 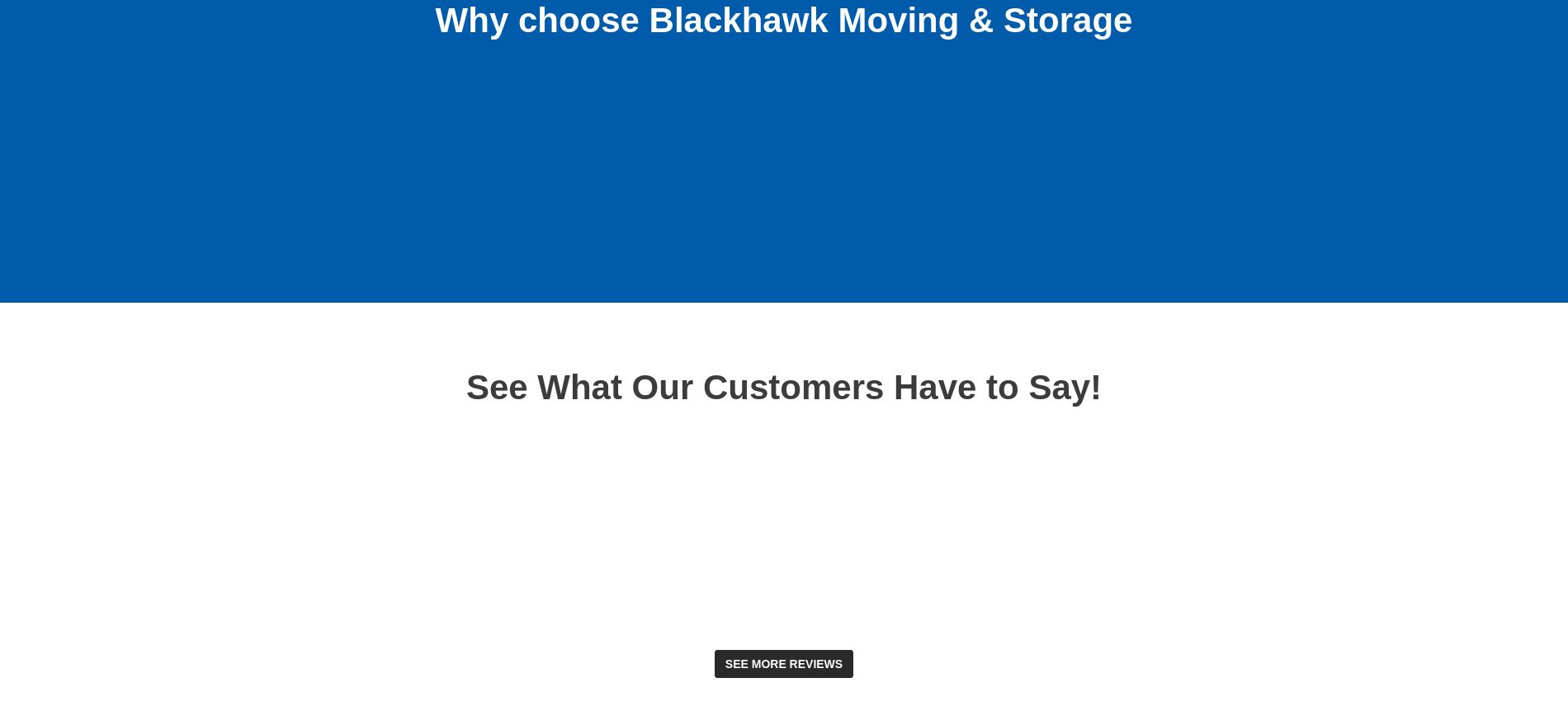 What do you see at coordinates (654, 177) in the screenshot?
I see `'We are one team with a common direction, continually earning the trust of our customers by providing them with service exceeding their highest expectations.'` at bounding box center [654, 177].